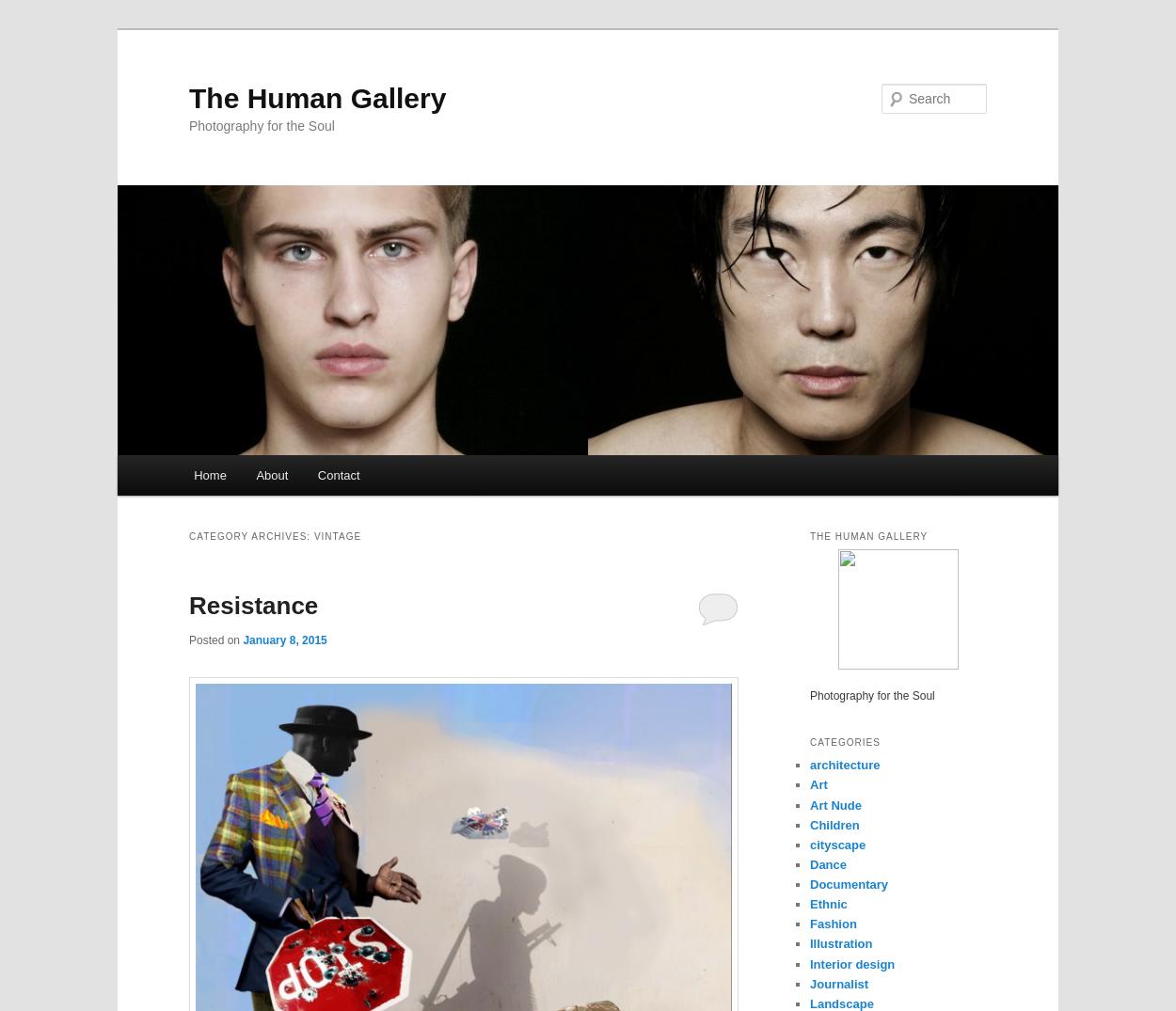  Describe the element at coordinates (845, 741) in the screenshot. I see `'Categories'` at that location.